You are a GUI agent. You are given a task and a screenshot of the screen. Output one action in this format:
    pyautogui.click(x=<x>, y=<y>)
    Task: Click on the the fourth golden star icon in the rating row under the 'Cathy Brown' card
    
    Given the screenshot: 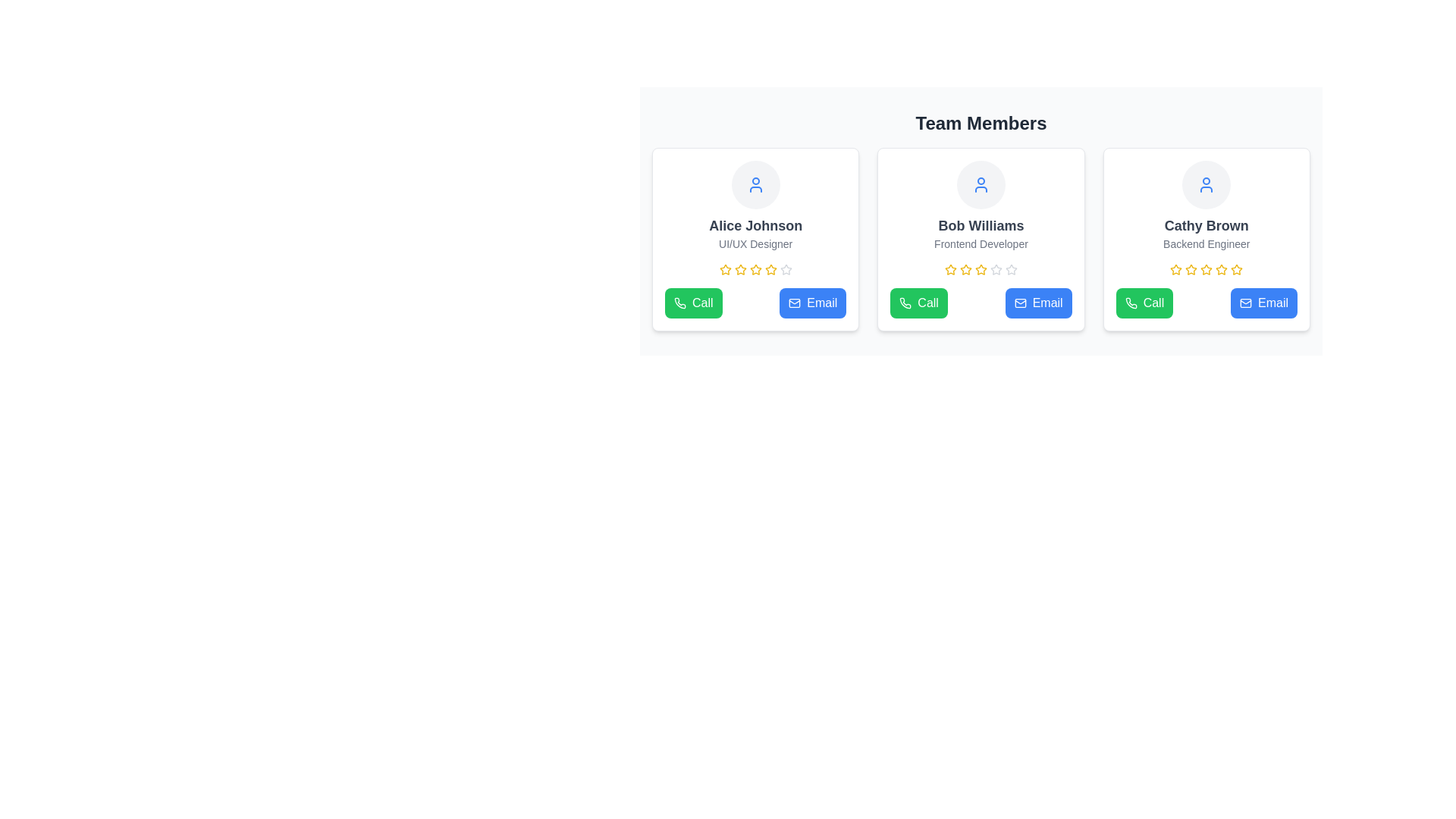 What is the action you would take?
    pyautogui.click(x=1222, y=268)
    